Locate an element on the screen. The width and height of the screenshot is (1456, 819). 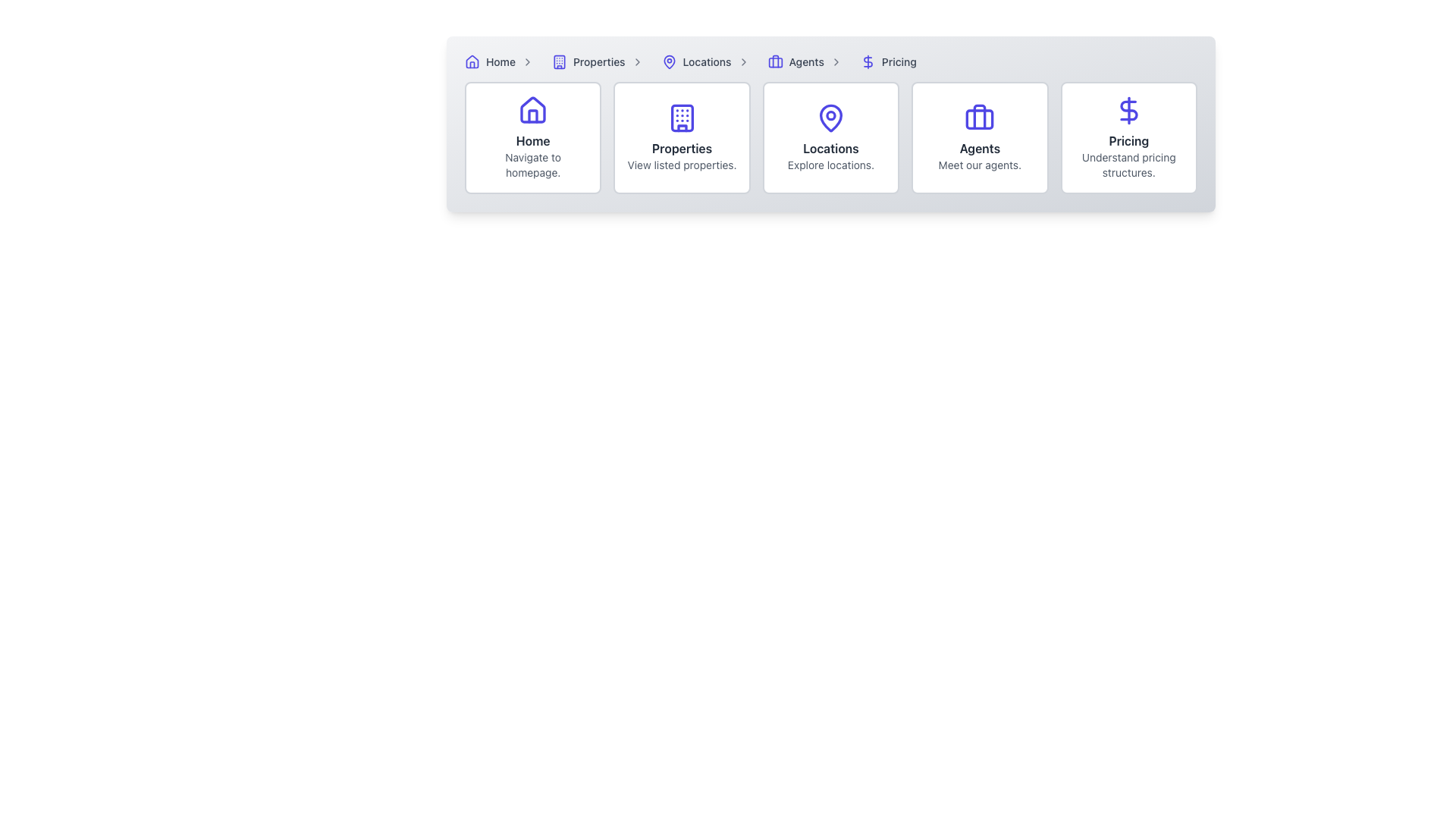
the navigational link labeled 'Properties' with an accompanying building icon is located at coordinates (600, 61).